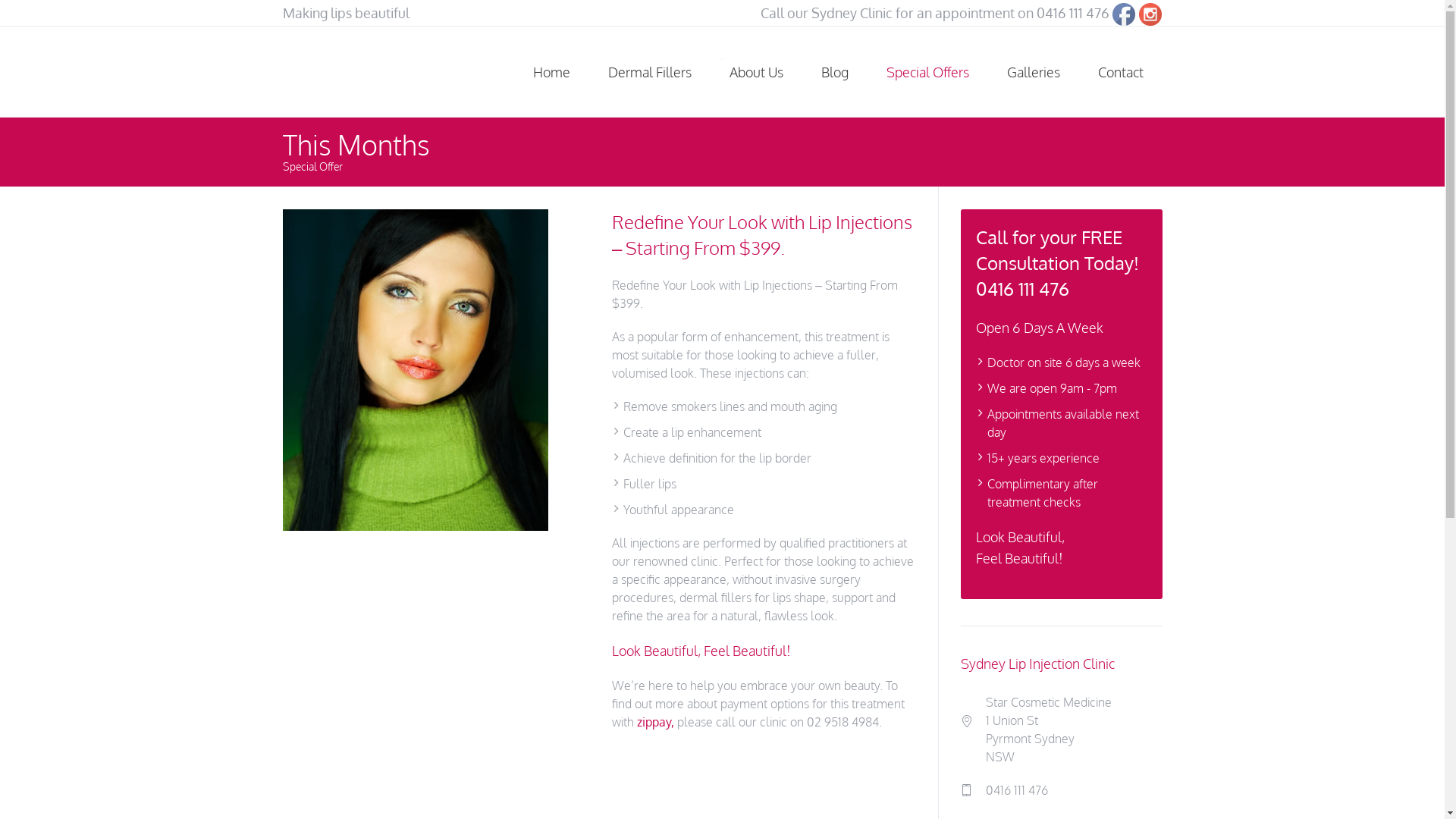 The image size is (1456, 819). Describe the element at coordinates (1120, 72) in the screenshot. I see `'Contact'` at that location.